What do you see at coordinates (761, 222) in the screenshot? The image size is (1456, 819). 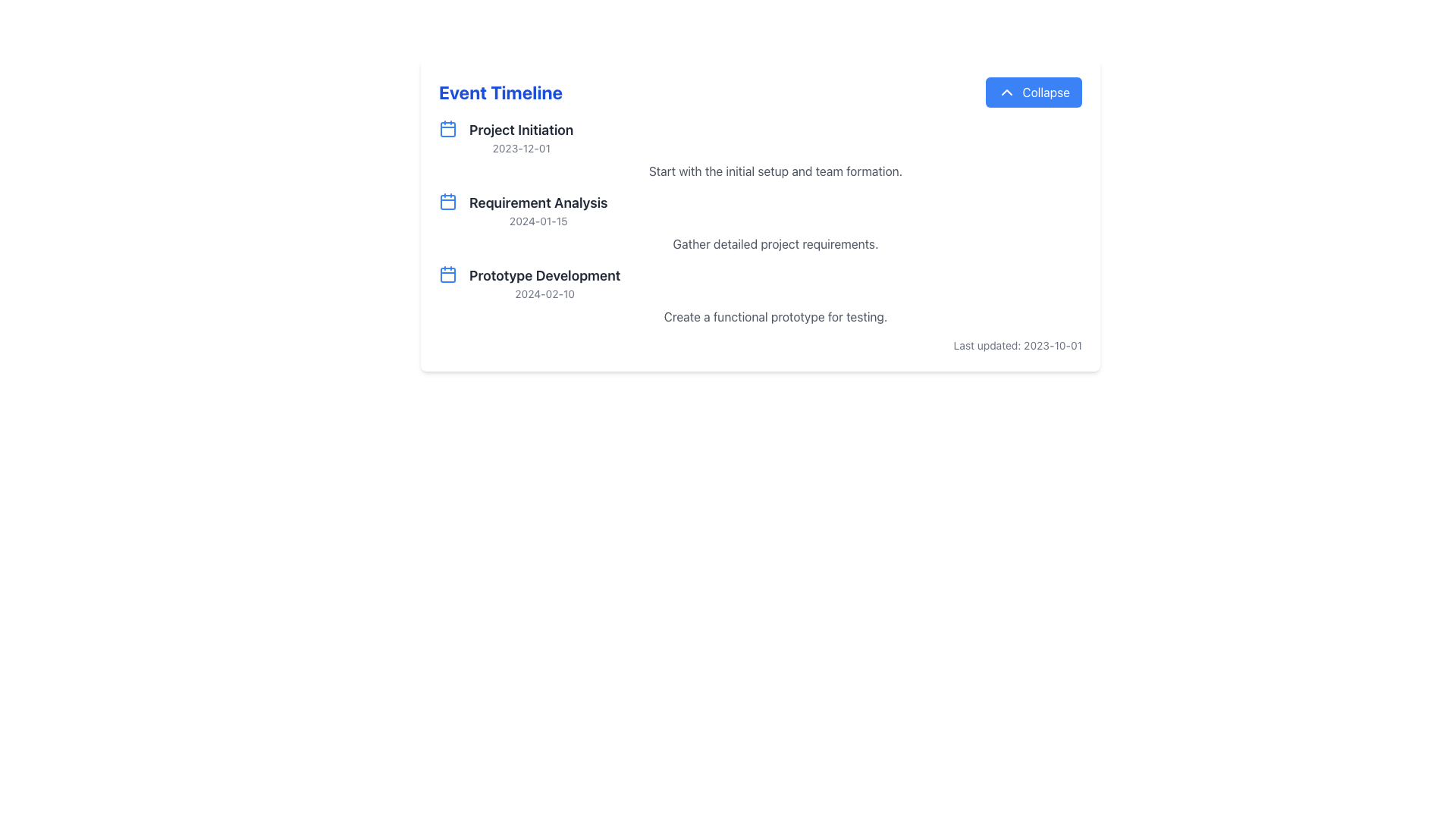 I see `the information displayed in the project steps list` at bounding box center [761, 222].